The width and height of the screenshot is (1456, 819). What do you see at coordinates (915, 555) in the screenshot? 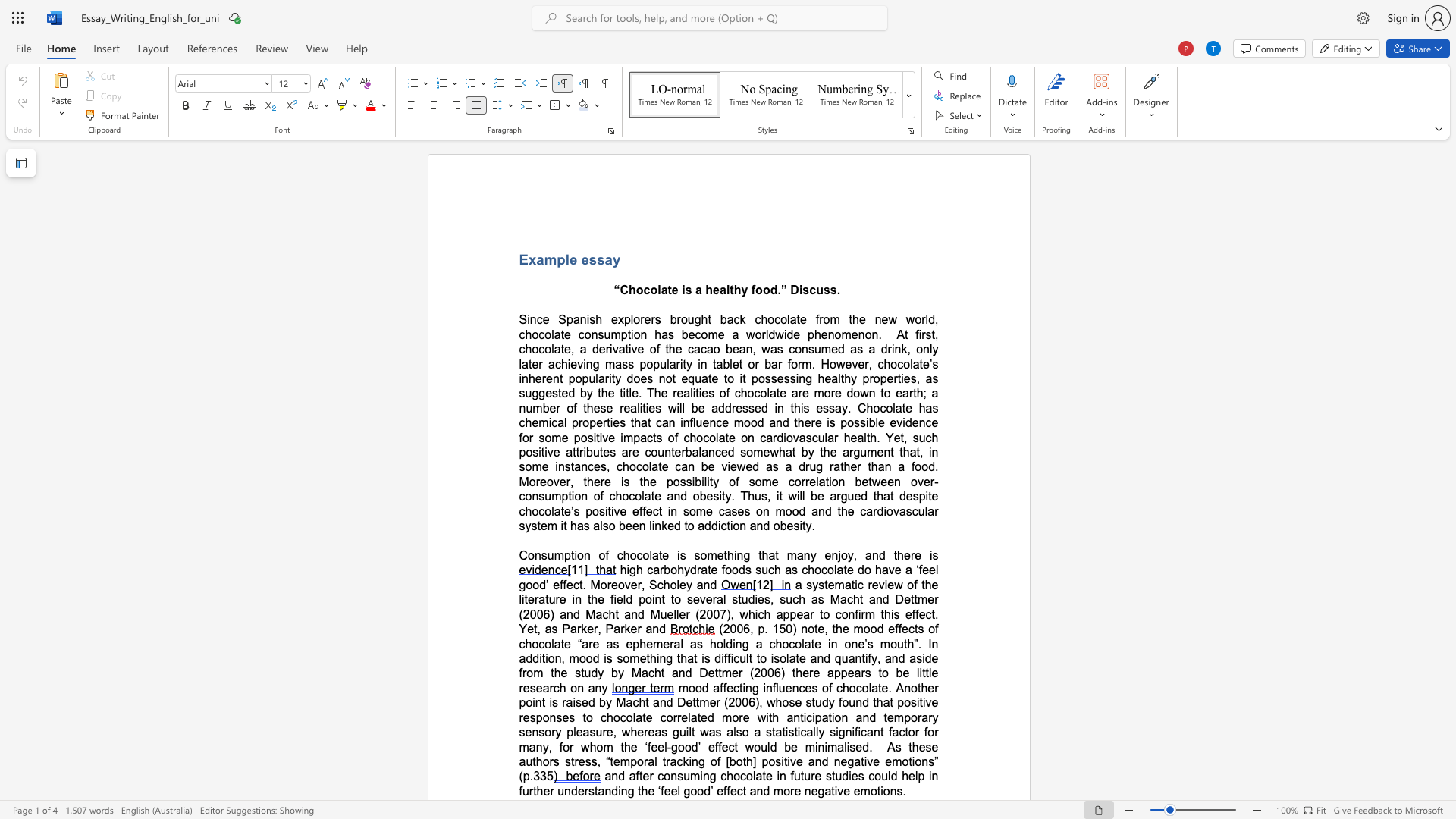
I see `the space between the continuous character "r" and "e" in the text` at bounding box center [915, 555].